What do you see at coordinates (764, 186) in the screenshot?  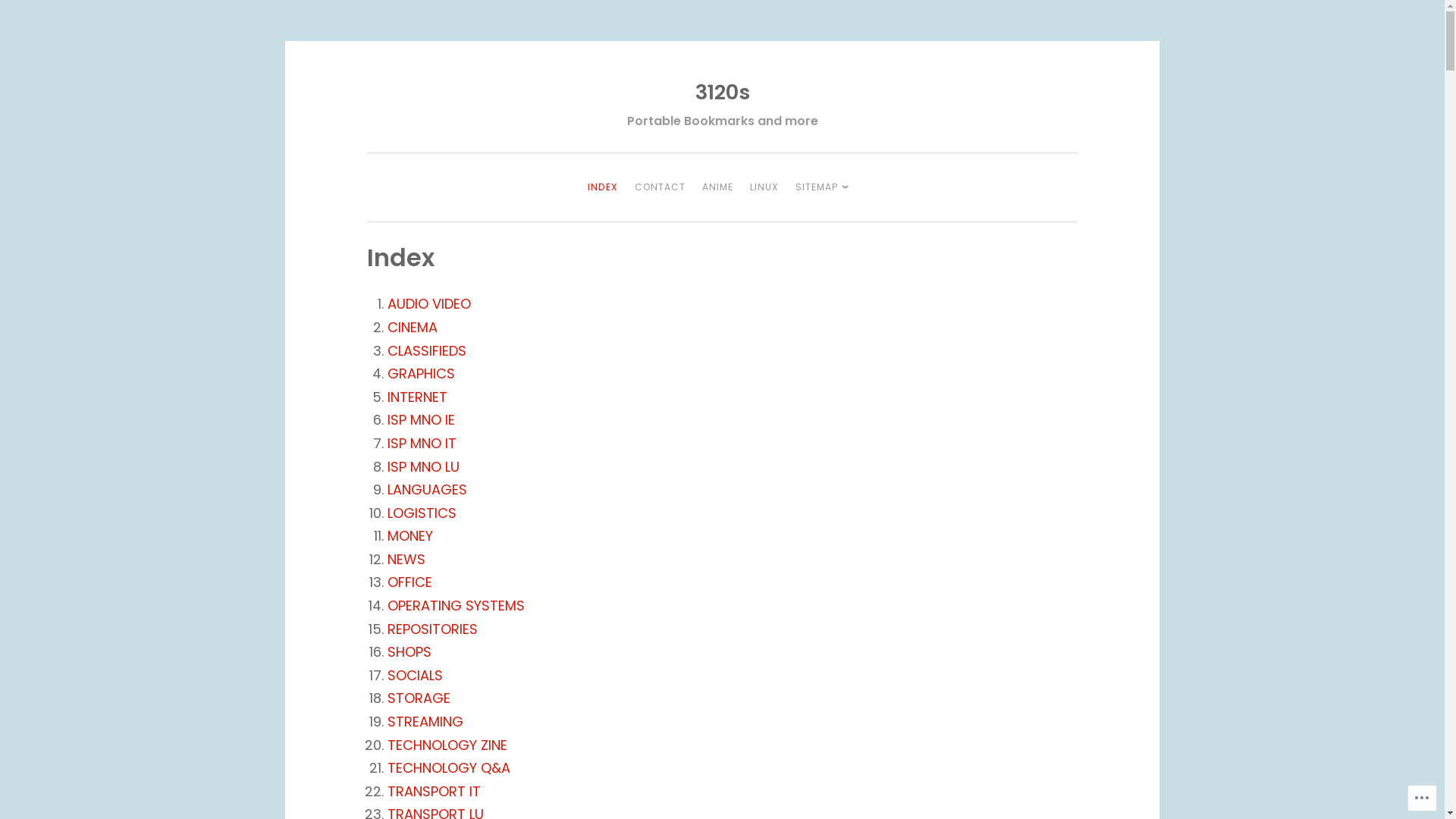 I see `'LINUX'` at bounding box center [764, 186].